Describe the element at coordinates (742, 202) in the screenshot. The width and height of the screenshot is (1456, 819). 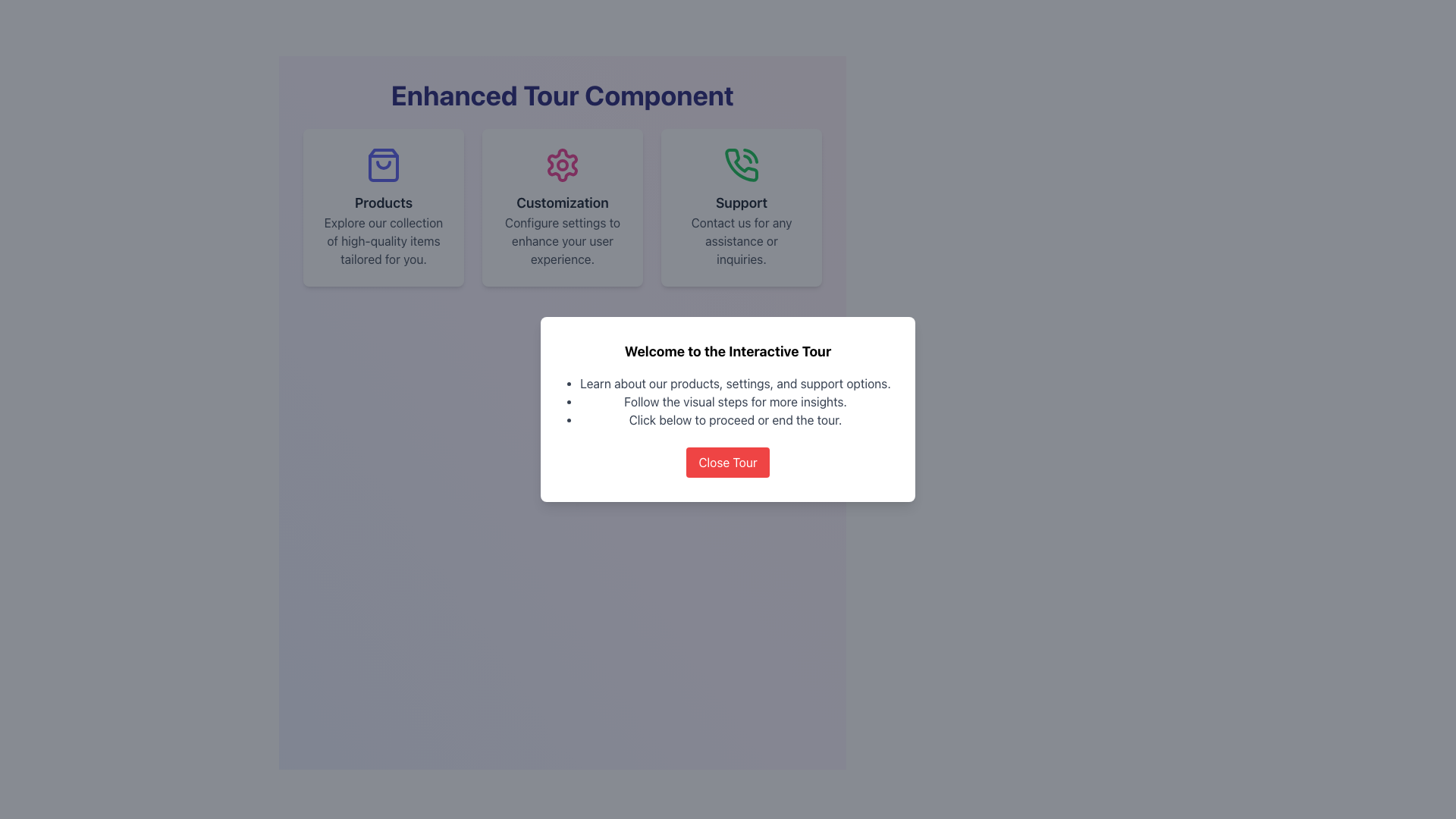
I see `text label that serves as a header for the support feature, located in the top right quadrant of the interface, below the phone call icon` at that location.